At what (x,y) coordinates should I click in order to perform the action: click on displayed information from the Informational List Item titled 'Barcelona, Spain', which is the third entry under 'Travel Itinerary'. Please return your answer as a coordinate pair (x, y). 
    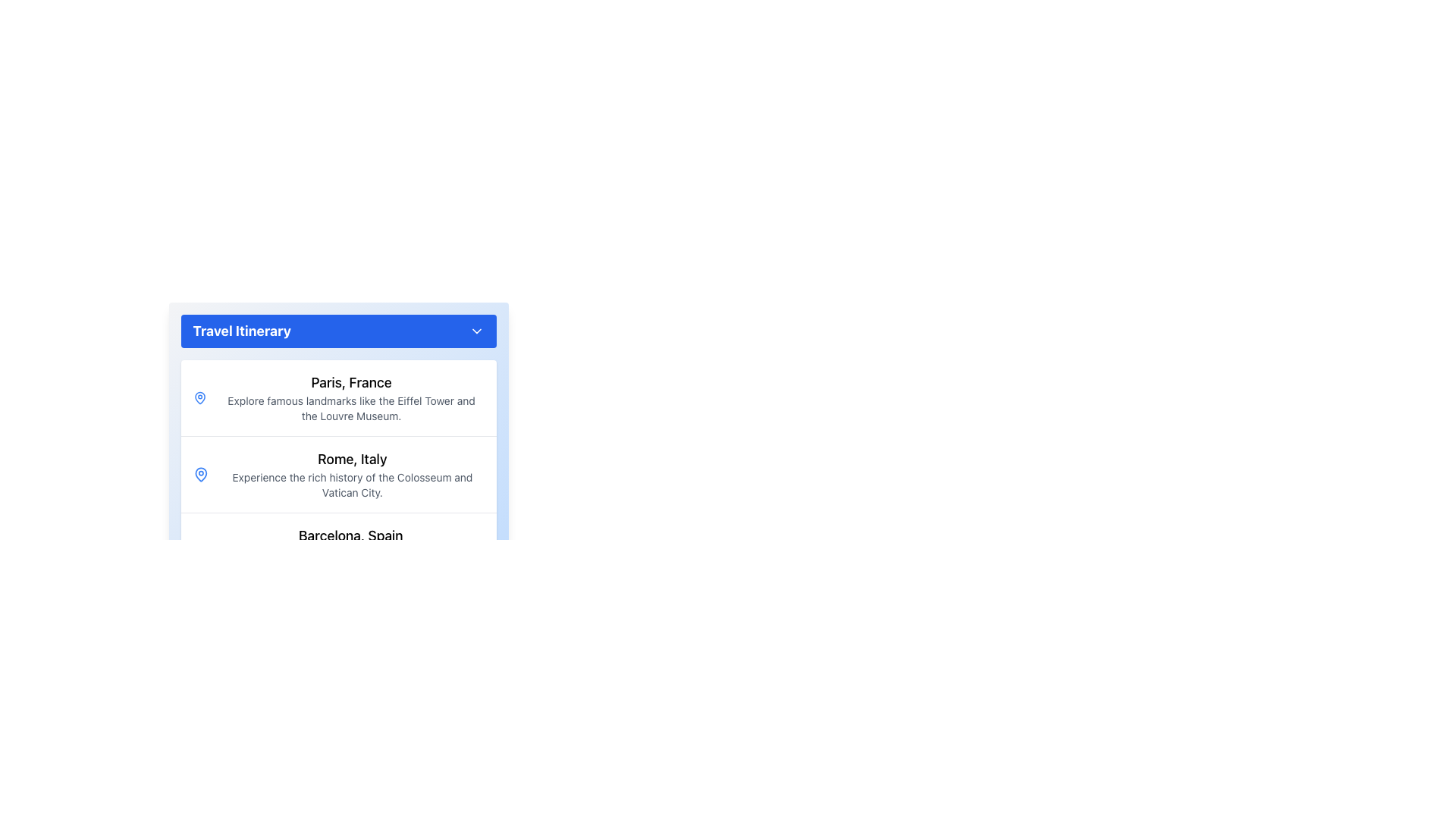
    Looking at the image, I should click on (337, 551).